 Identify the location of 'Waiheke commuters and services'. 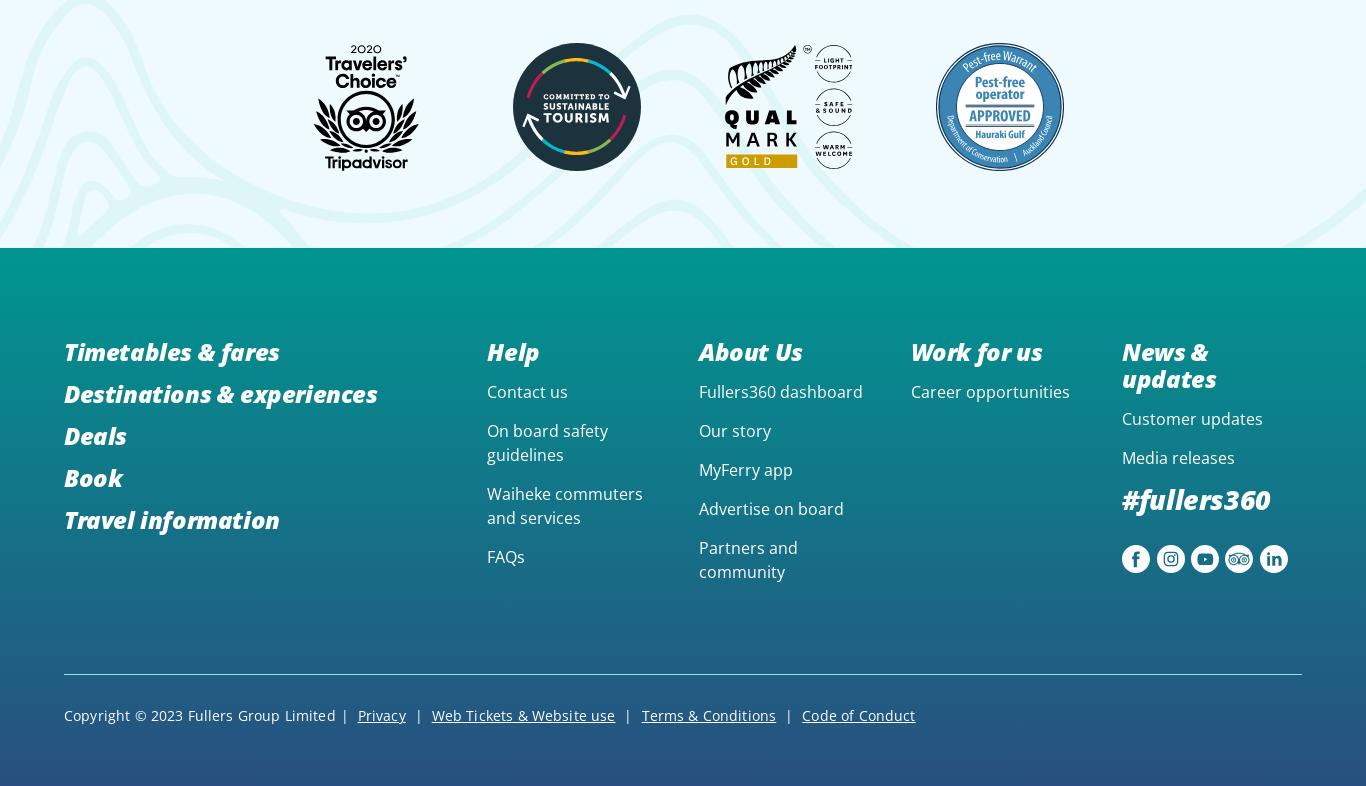
(564, 505).